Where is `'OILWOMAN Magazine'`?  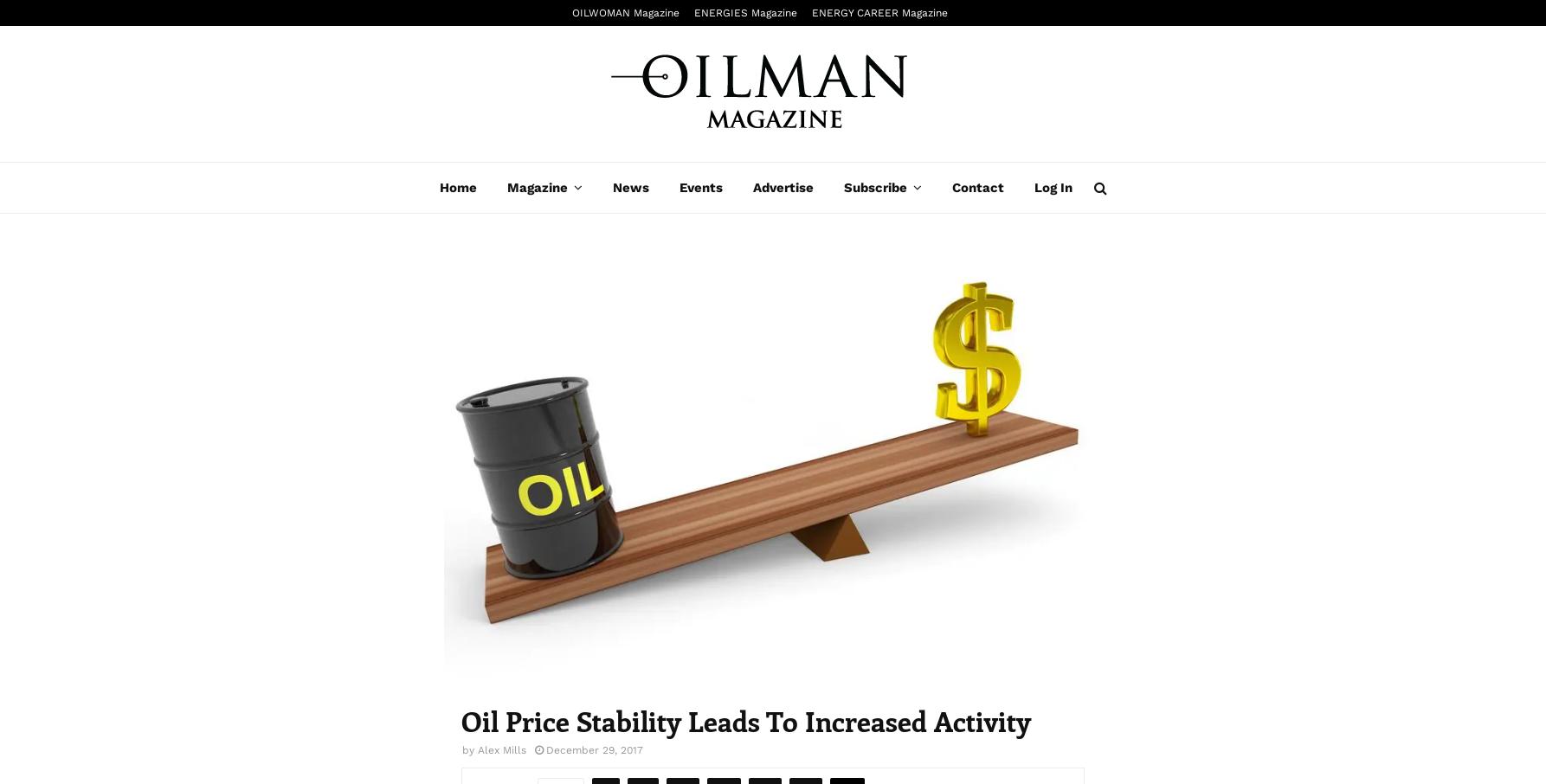 'OILWOMAN Magazine' is located at coordinates (625, 12).